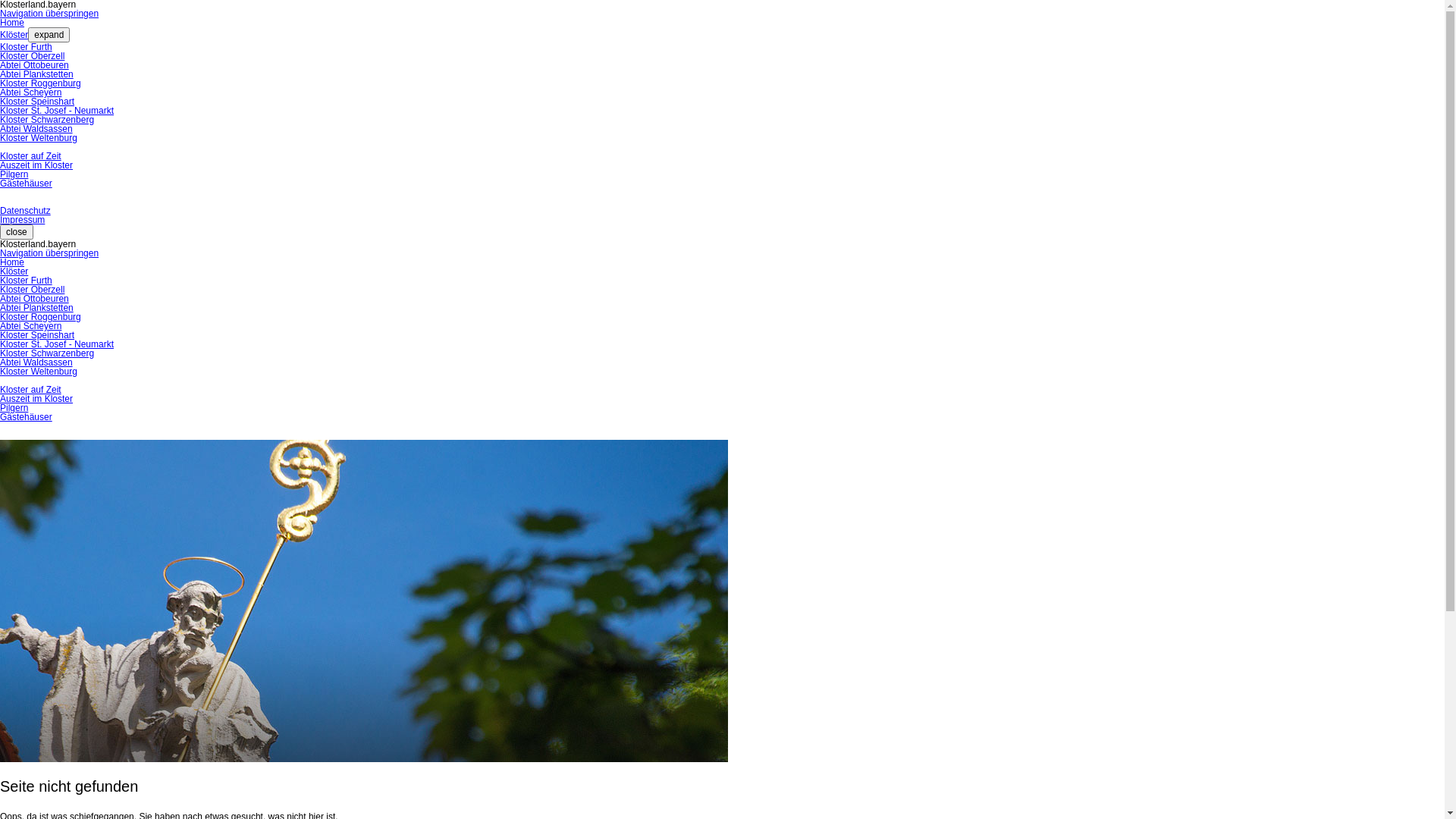 Image resolution: width=1456 pixels, height=819 pixels. Describe the element at coordinates (17, 231) in the screenshot. I see `'close'` at that location.